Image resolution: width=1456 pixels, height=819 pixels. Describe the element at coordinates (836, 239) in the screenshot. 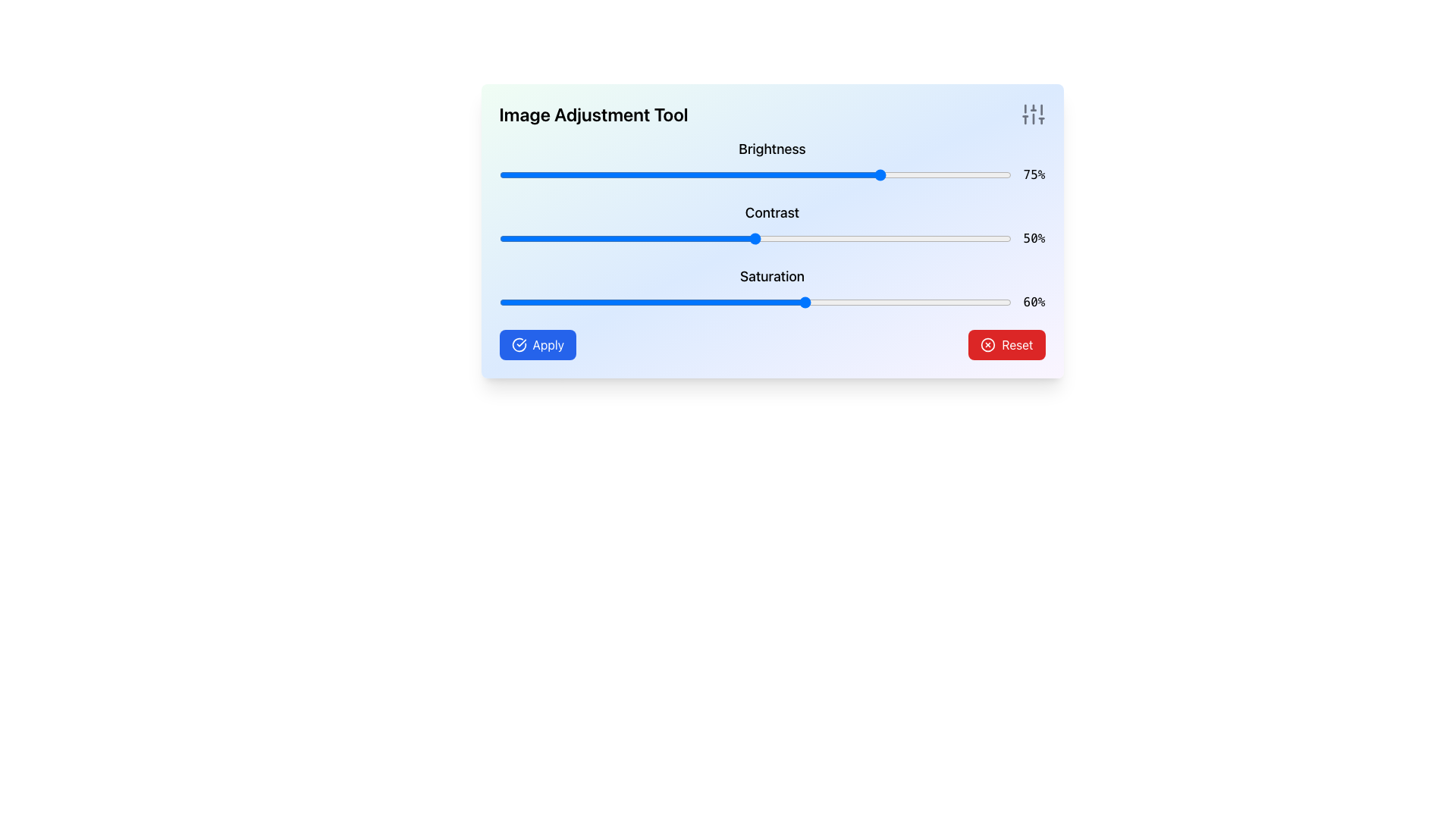

I see `contrast` at that location.